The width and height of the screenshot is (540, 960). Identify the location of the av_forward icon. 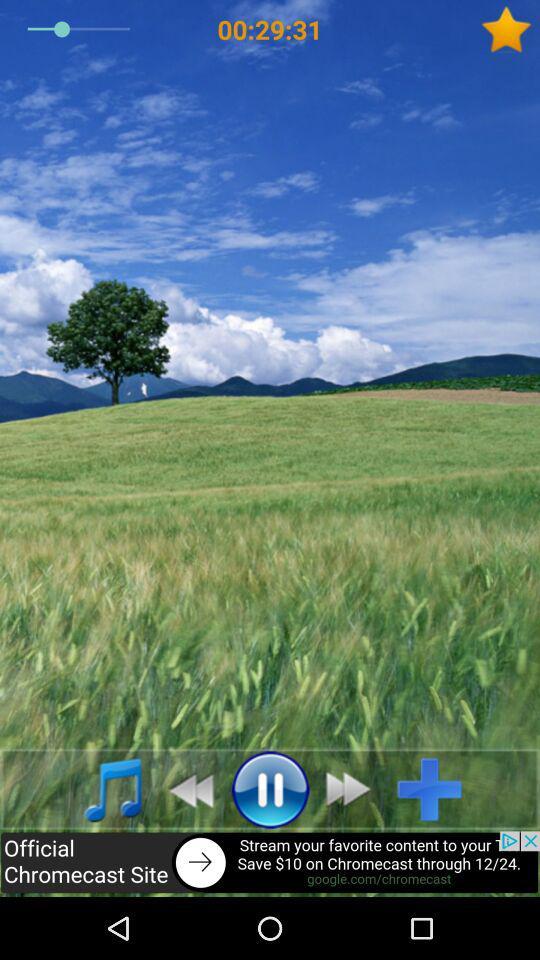
(353, 789).